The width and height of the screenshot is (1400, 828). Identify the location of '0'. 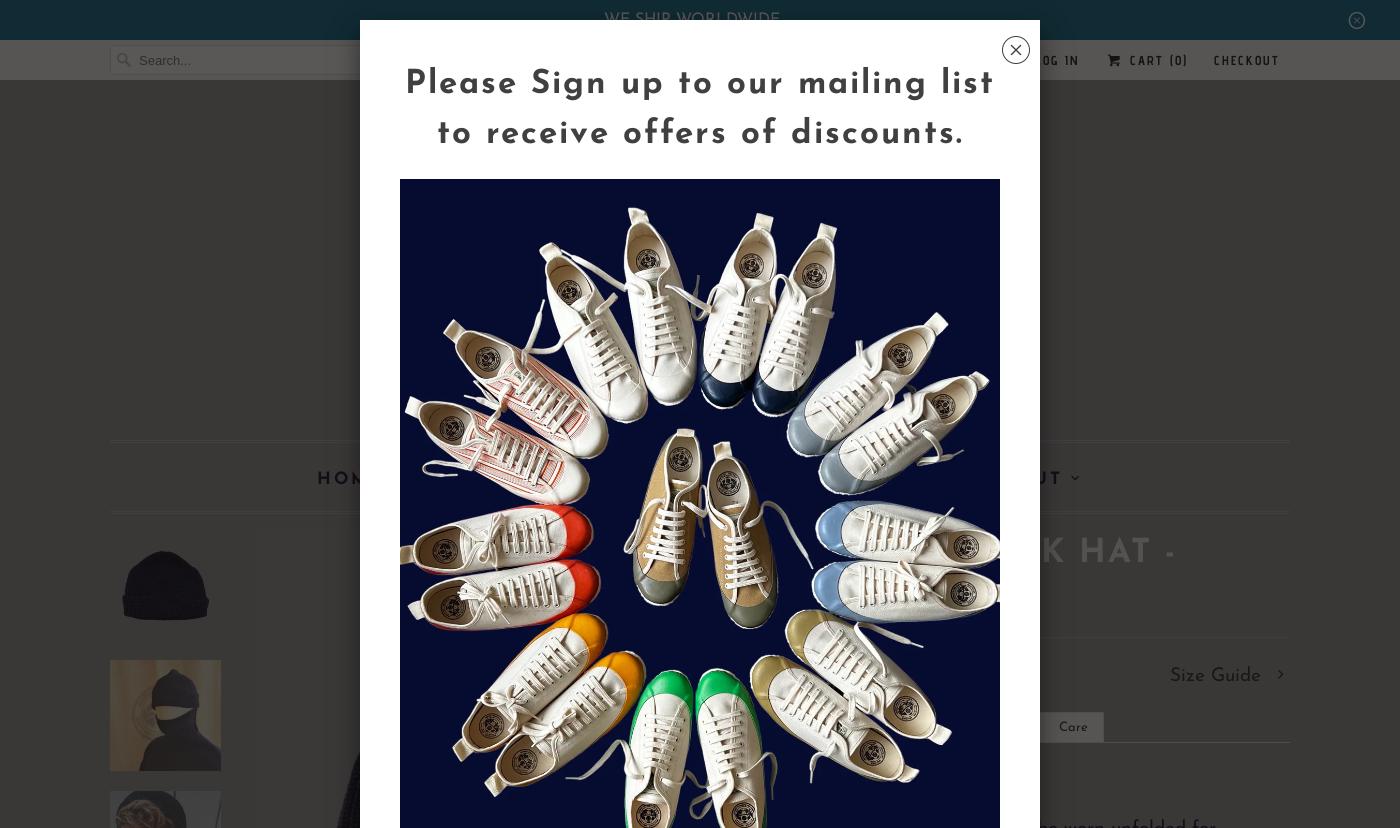
(1178, 59).